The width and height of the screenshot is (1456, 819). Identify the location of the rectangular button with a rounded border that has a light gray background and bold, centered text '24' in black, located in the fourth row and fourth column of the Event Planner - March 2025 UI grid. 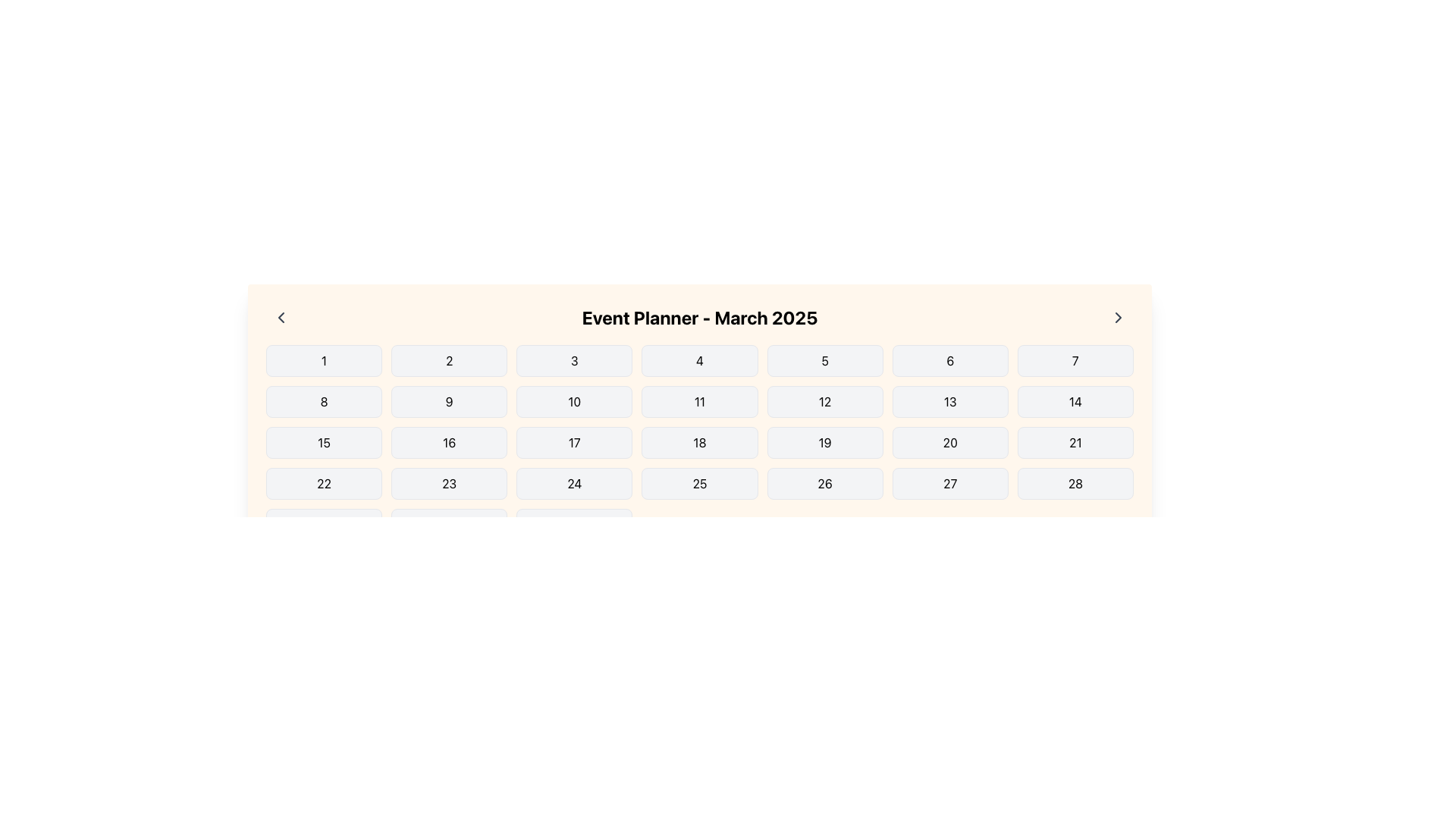
(573, 483).